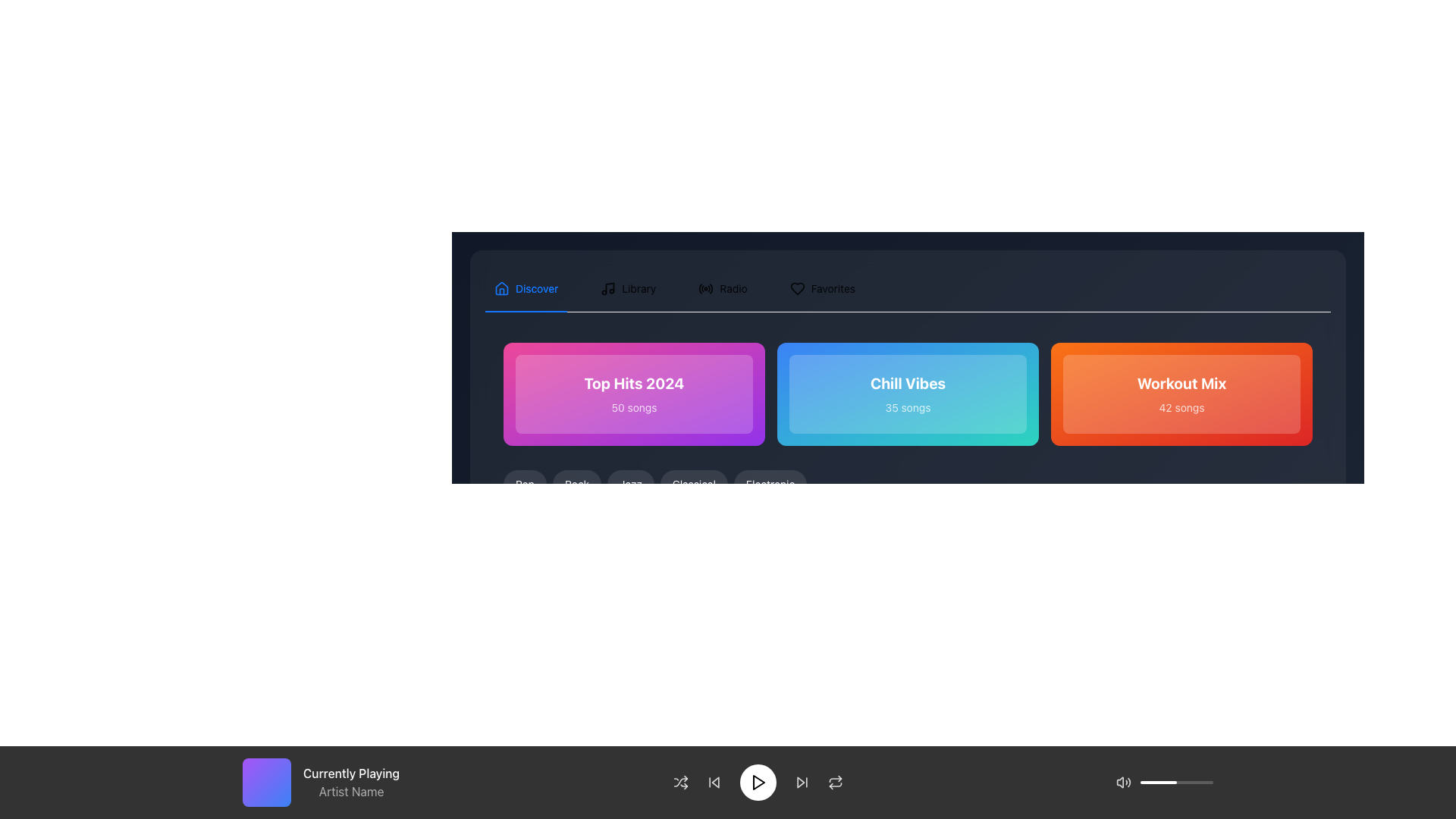  Describe the element at coordinates (908, 485) in the screenshot. I see `the genre selector button positioned below the section tiles 'Top Hits 2024', 'Chill Vibes', and 'Workout Mix'` at that location.